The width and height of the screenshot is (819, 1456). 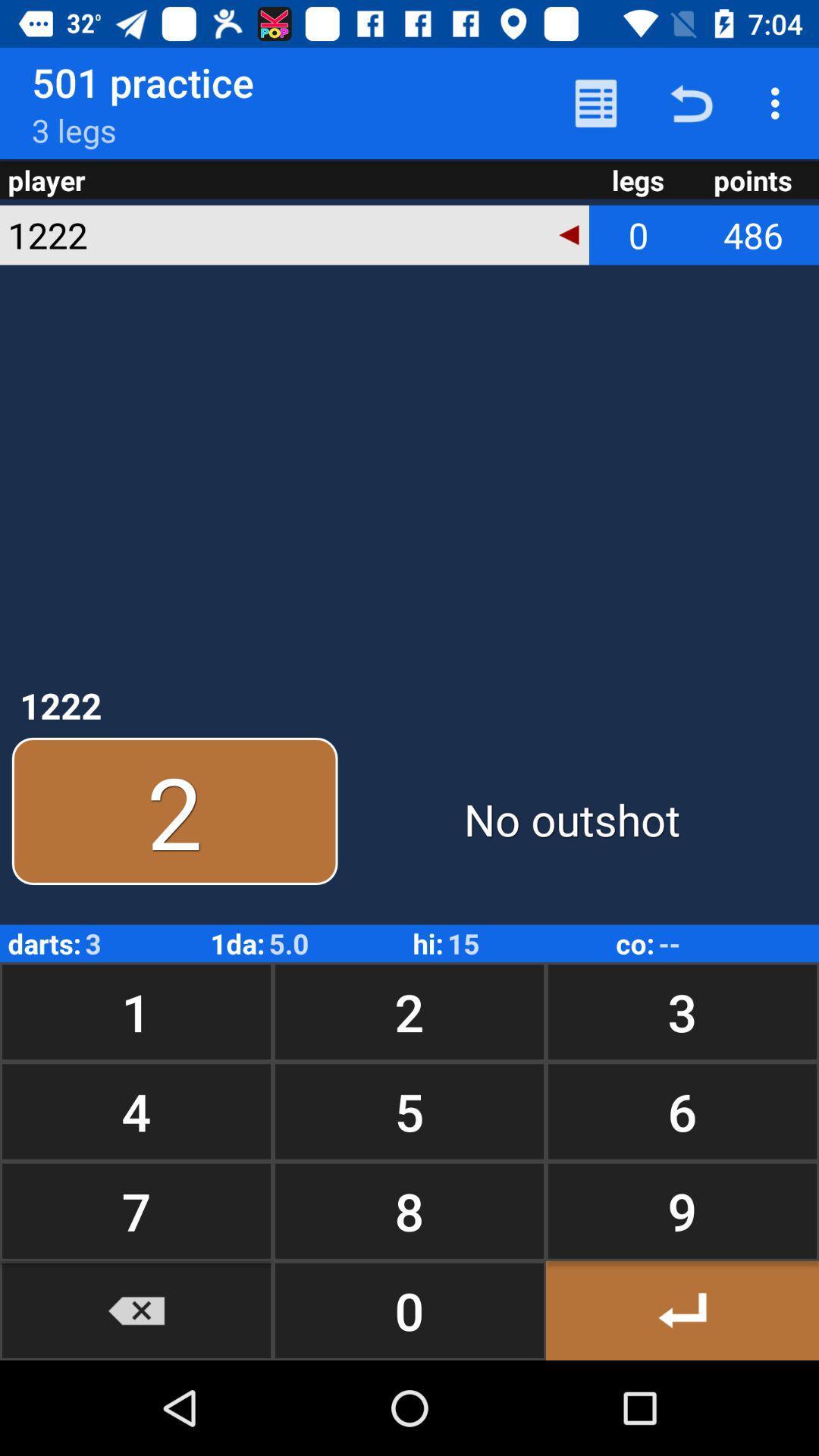 I want to click on item below 4 button, so click(x=136, y=1210).